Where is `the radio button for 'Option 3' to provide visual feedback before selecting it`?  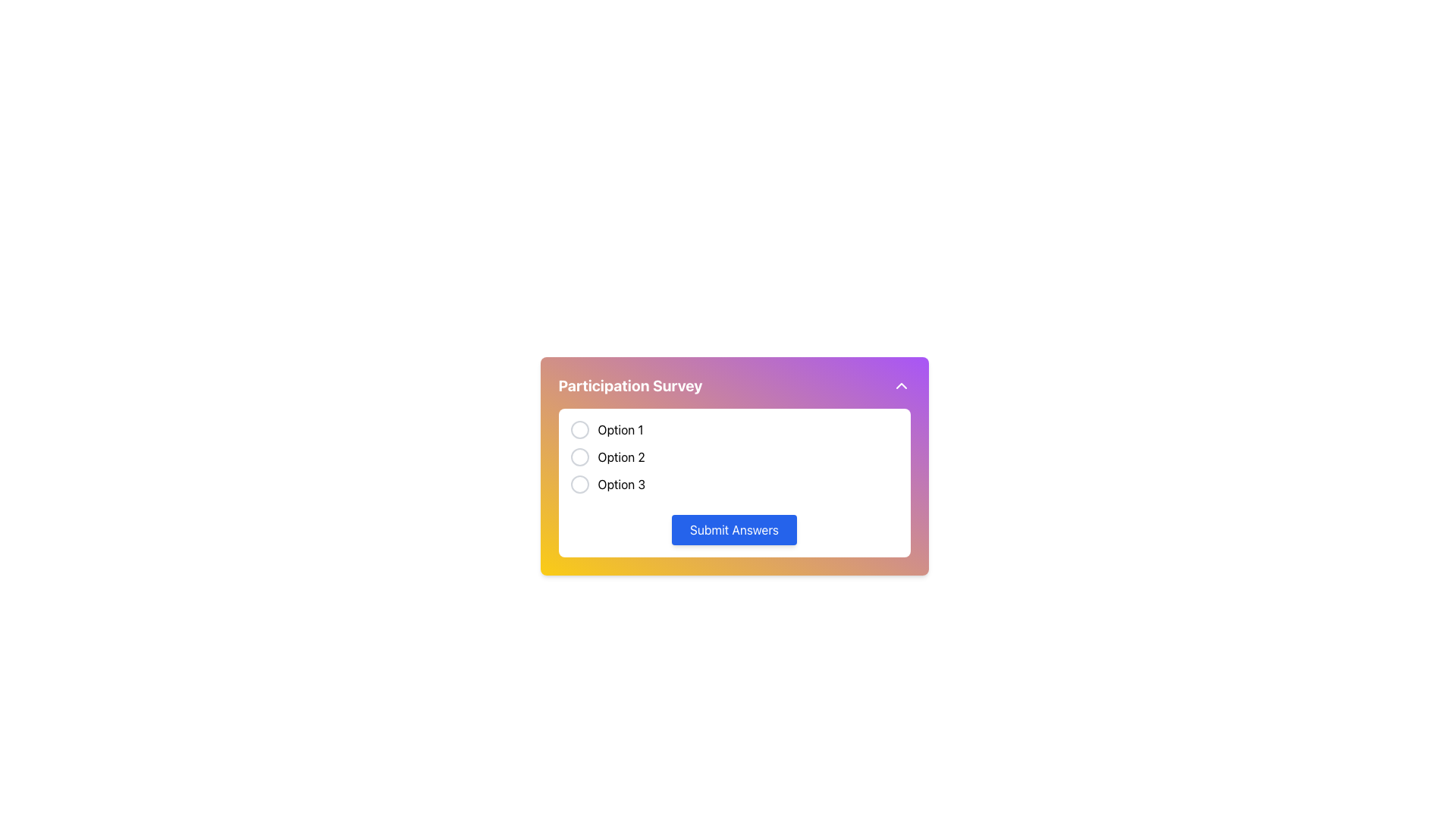
the radio button for 'Option 3' to provide visual feedback before selecting it is located at coordinates (579, 485).